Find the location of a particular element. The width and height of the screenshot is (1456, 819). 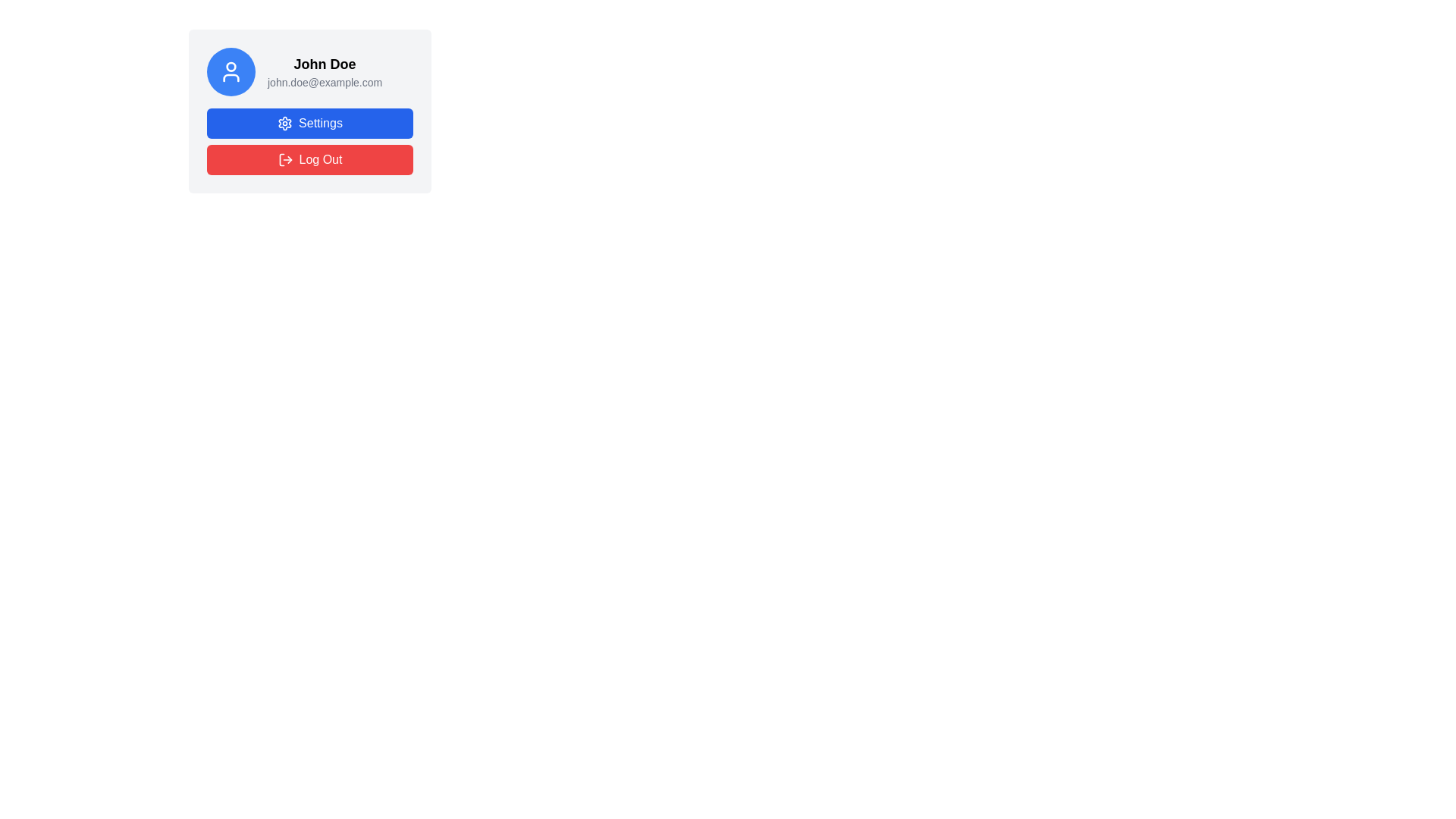

the blue 'Settings' button with a gear icon is located at coordinates (309, 122).